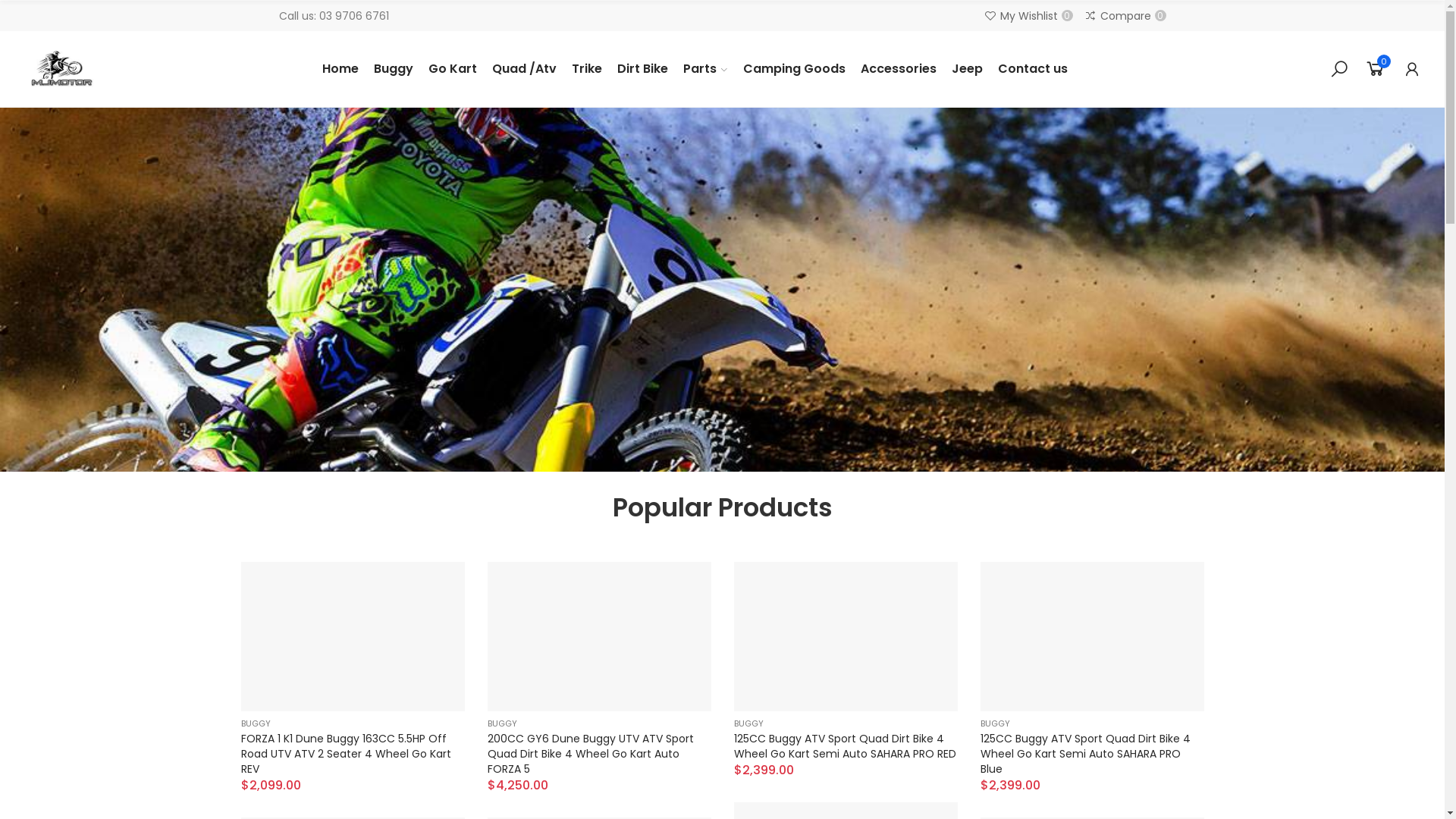 This screenshot has width=1456, height=819. What do you see at coordinates (704, 69) in the screenshot?
I see `'Parts'` at bounding box center [704, 69].